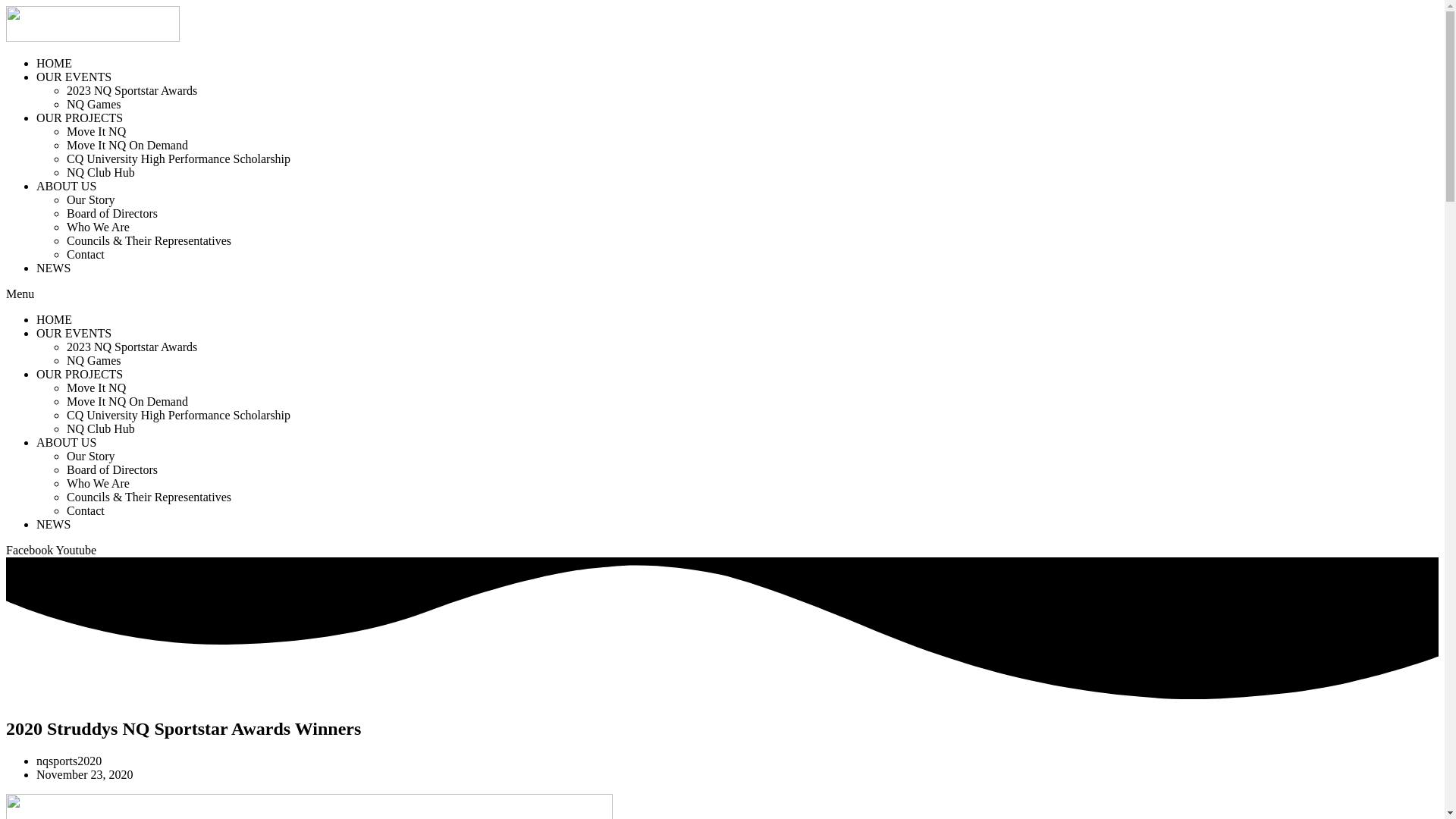 This screenshot has width=1456, height=819. What do you see at coordinates (53, 523) in the screenshot?
I see `'NEWS'` at bounding box center [53, 523].